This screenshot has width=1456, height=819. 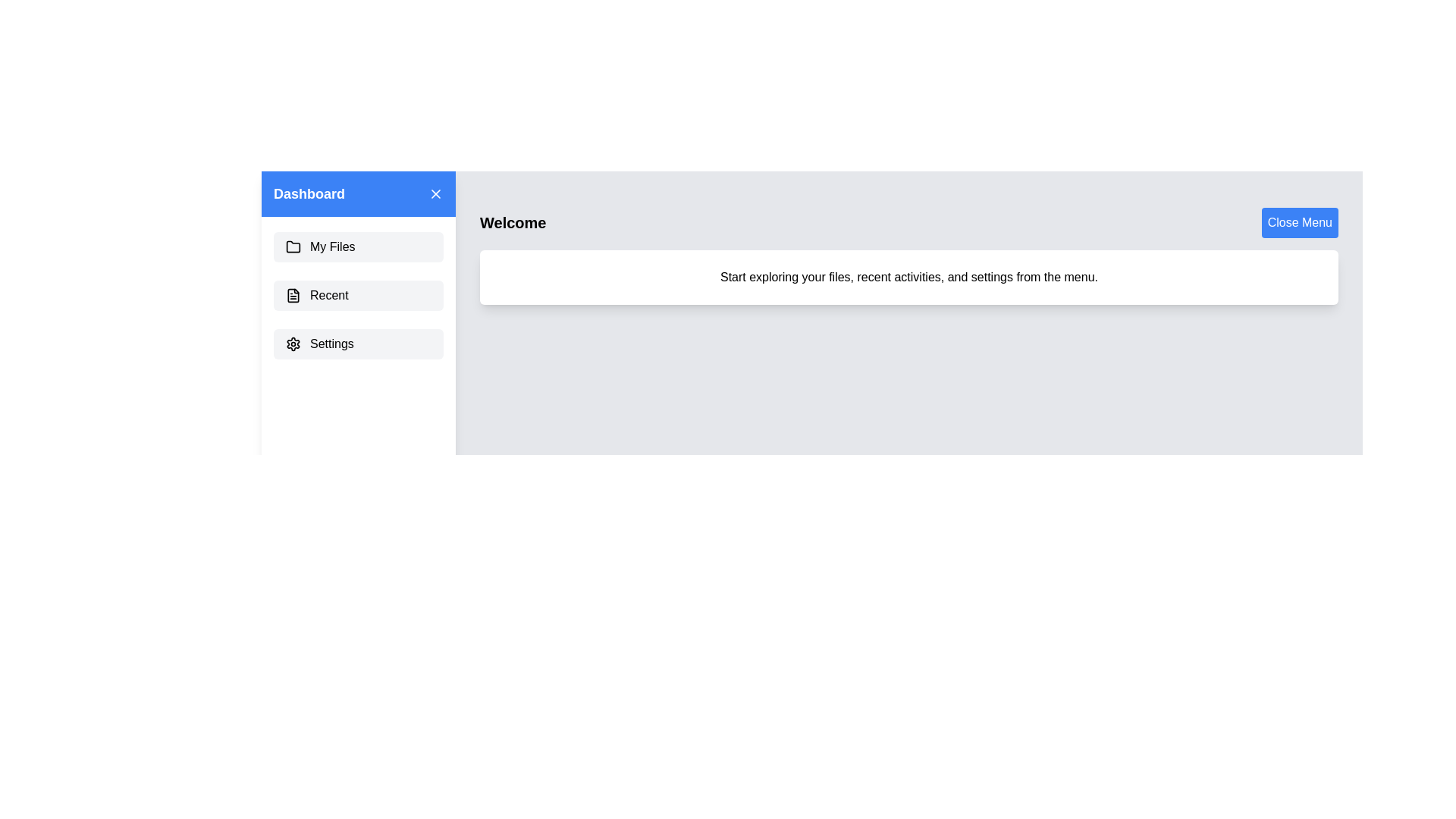 What do you see at coordinates (435, 193) in the screenshot?
I see `the button in the menu header to toggle the drawer visibility` at bounding box center [435, 193].